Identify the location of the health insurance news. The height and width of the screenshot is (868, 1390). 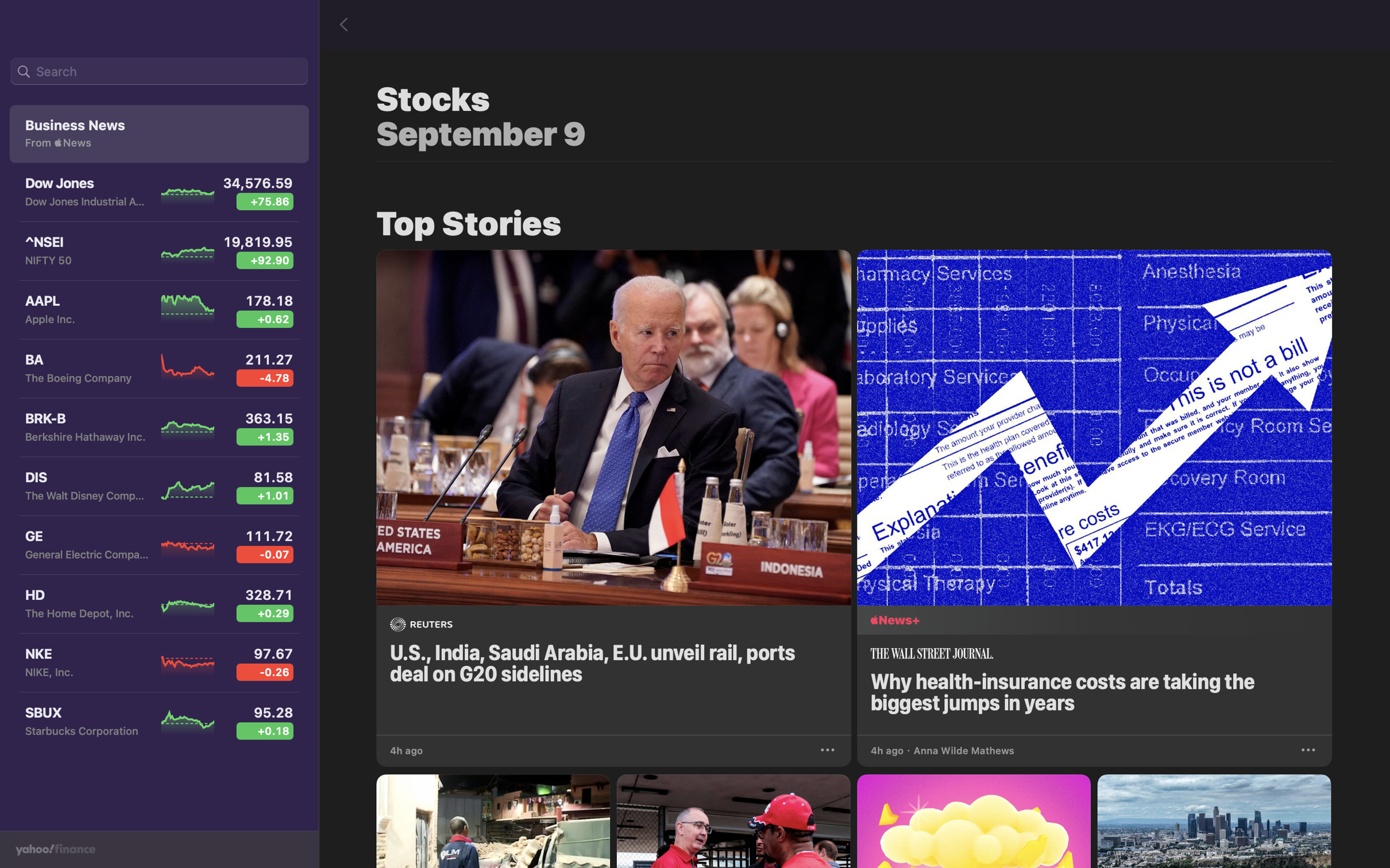
(1098, 489).